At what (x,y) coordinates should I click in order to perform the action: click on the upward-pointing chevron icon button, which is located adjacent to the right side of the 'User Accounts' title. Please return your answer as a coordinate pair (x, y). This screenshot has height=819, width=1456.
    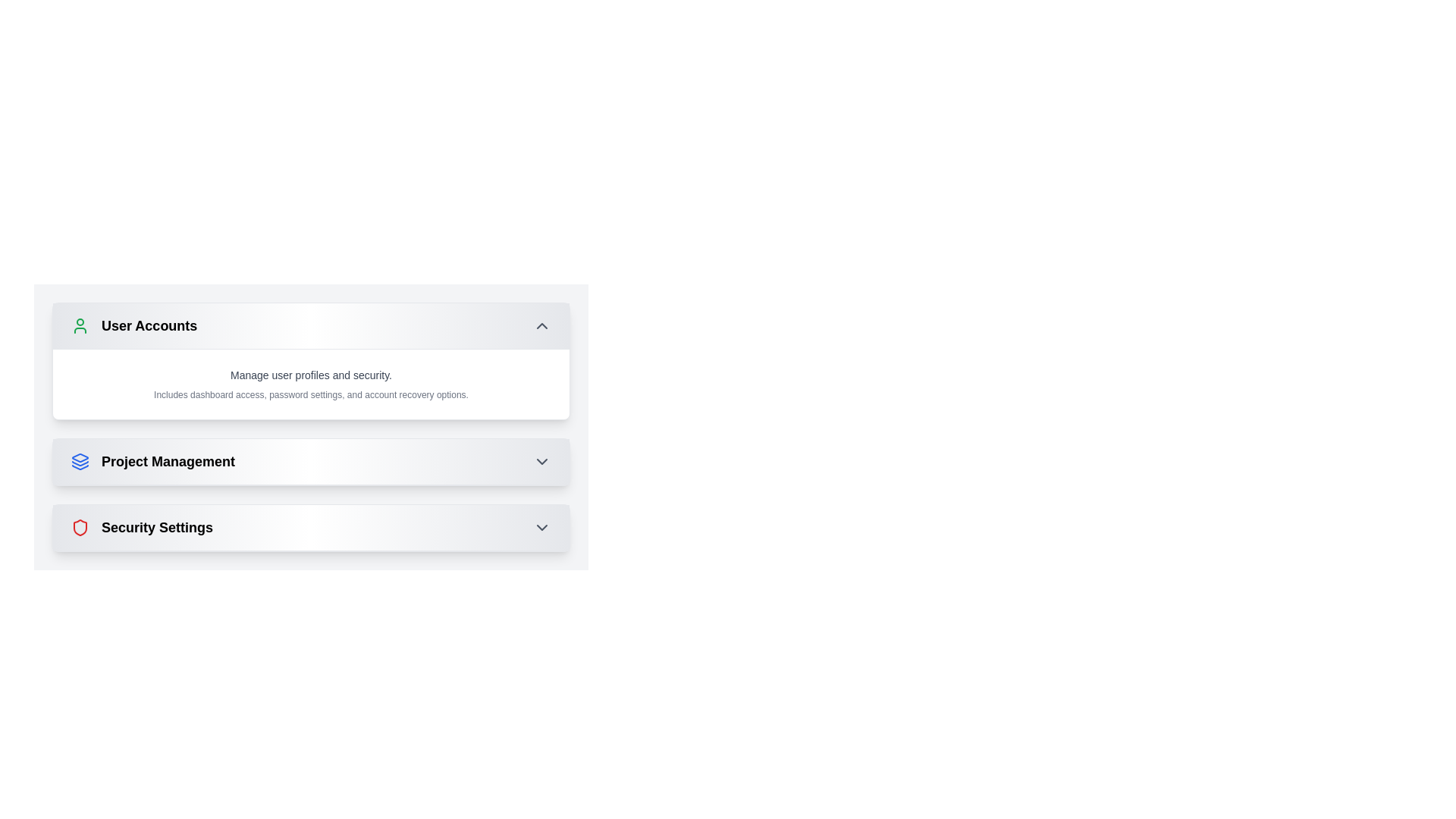
    Looking at the image, I should click on (542, 325).